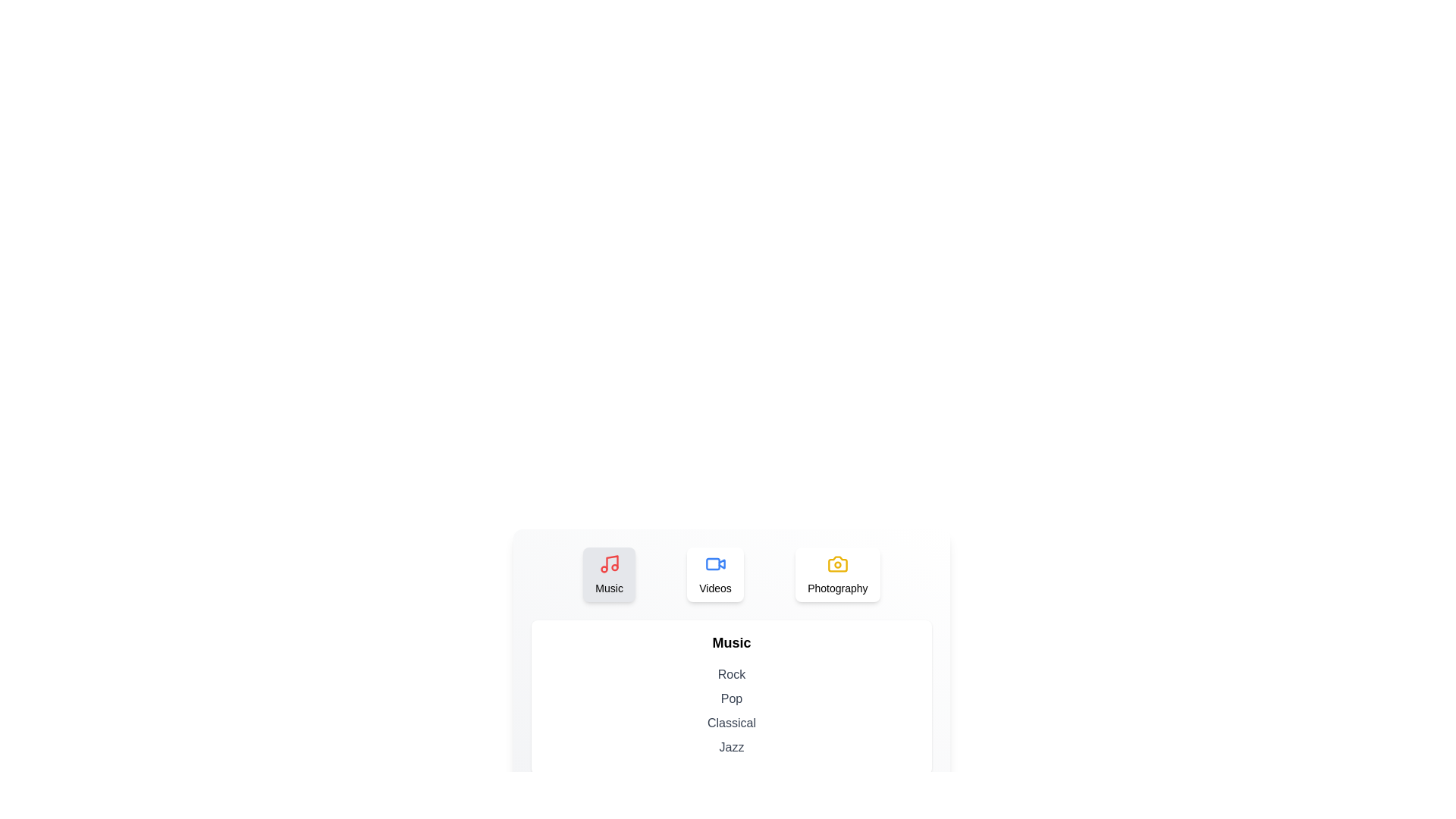 The height and width of the screenshot is (819, 1456). I want to click on the tab labeled Photography to see its hover effect, so click(836, 575).